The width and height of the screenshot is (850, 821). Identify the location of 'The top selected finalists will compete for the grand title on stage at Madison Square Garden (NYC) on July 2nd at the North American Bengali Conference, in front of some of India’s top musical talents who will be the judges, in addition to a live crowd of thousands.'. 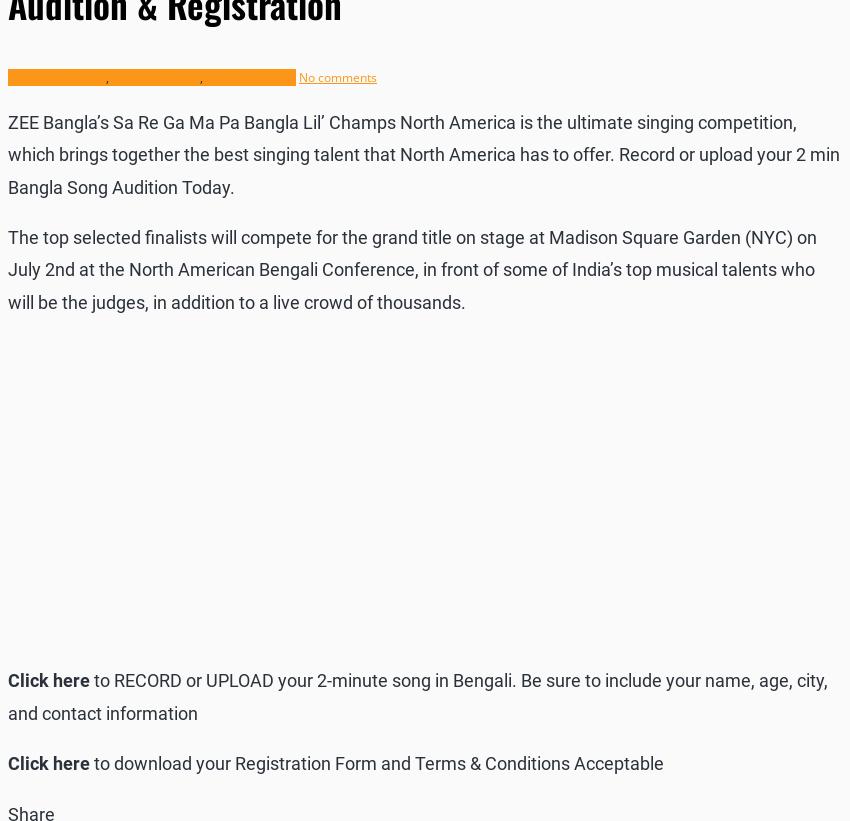
(412, 268).